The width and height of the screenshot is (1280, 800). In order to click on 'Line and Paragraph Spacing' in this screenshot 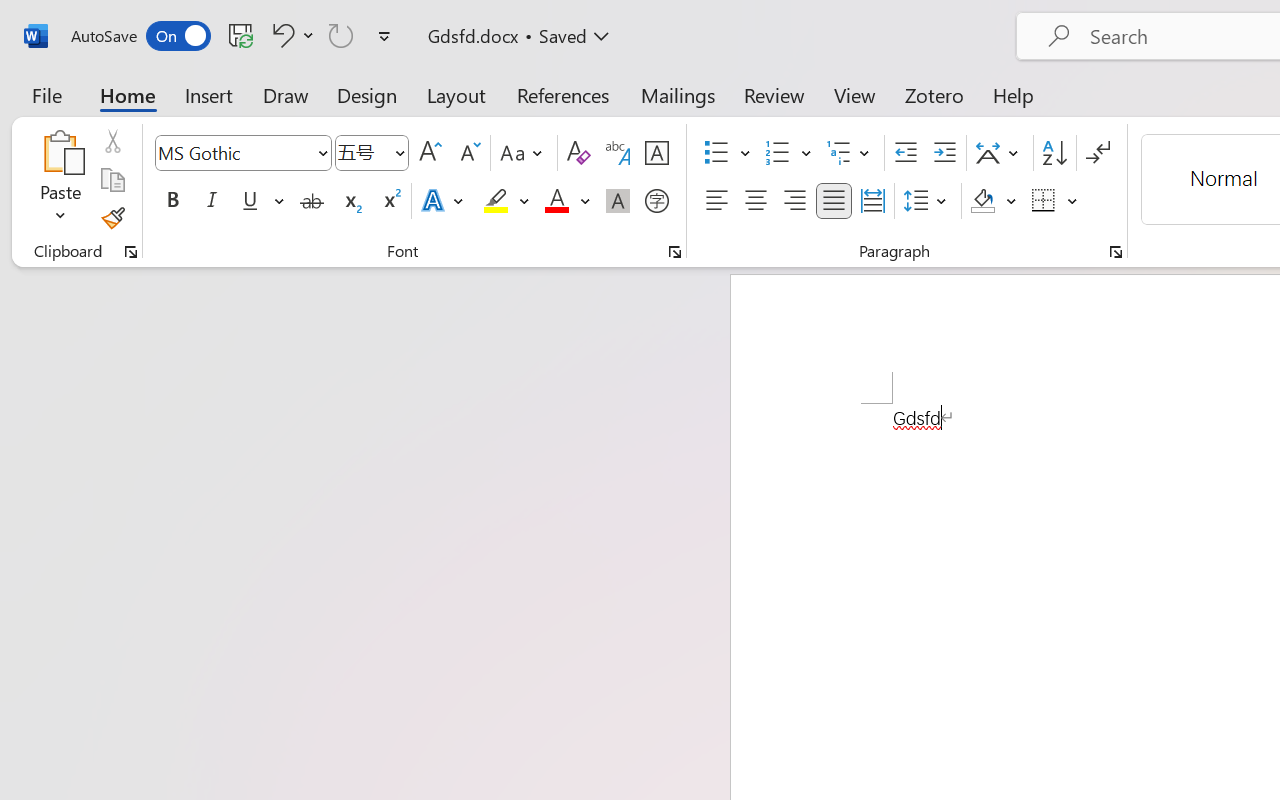, I will do `click(927, 201)`.